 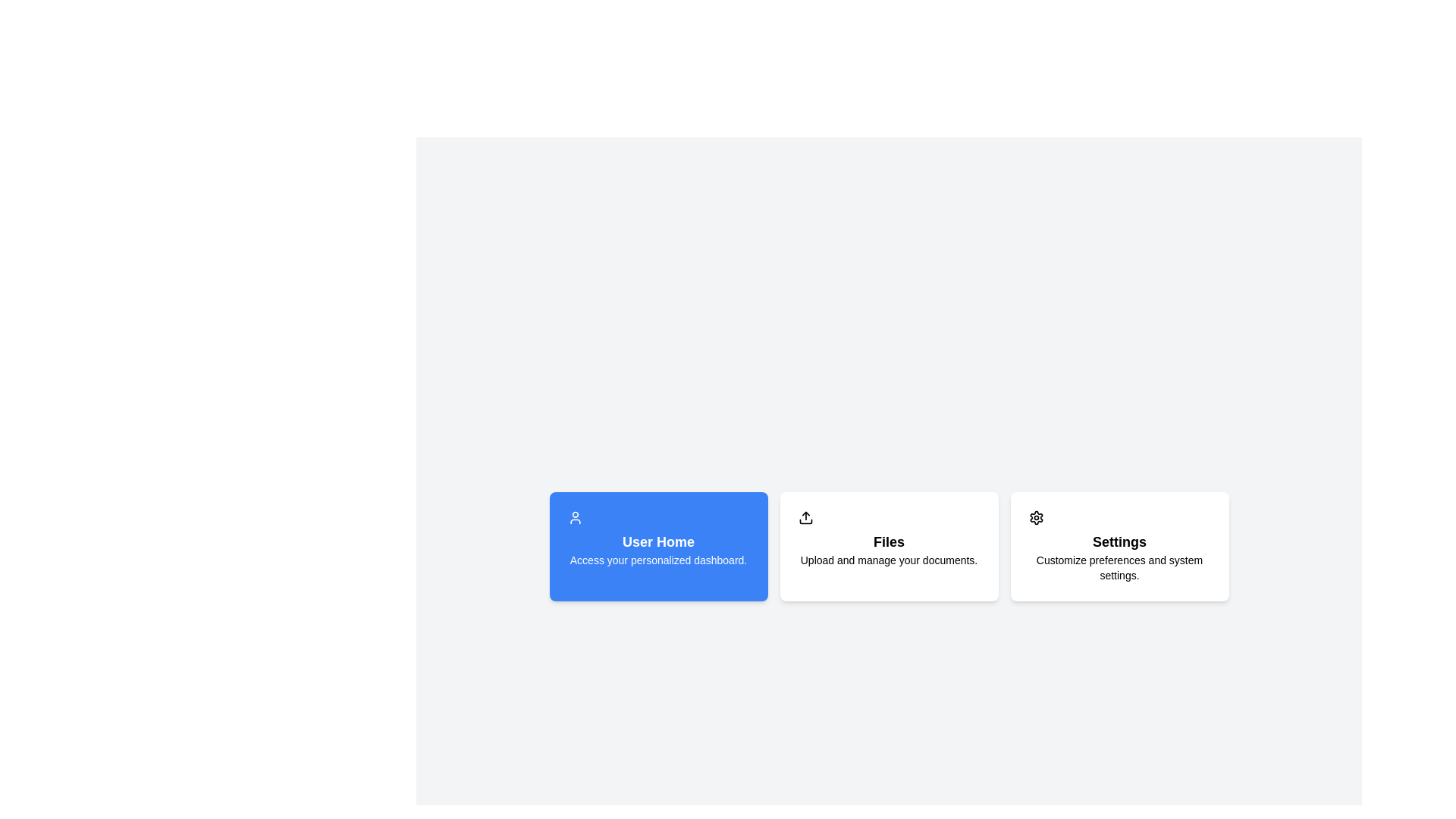 I want to click on the central navigational card that leads to the file management page, positioned between 'User Home' and 'Settings' in a three-column layout, so click(x=889, y=547).